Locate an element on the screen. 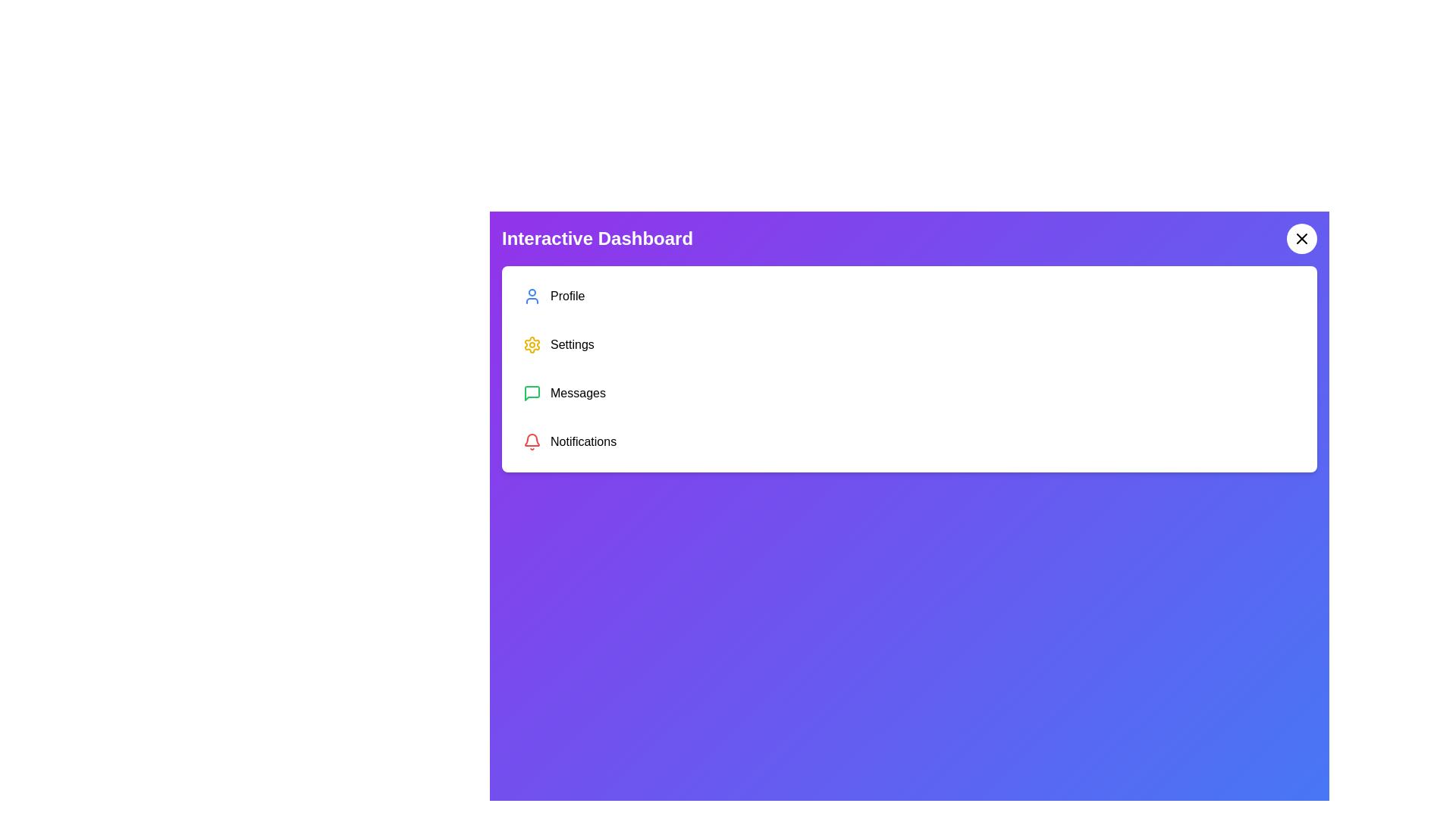 This screenshot has height=819, width=1456. the 'Messages' navigation button is located at coordinates (909, 393).